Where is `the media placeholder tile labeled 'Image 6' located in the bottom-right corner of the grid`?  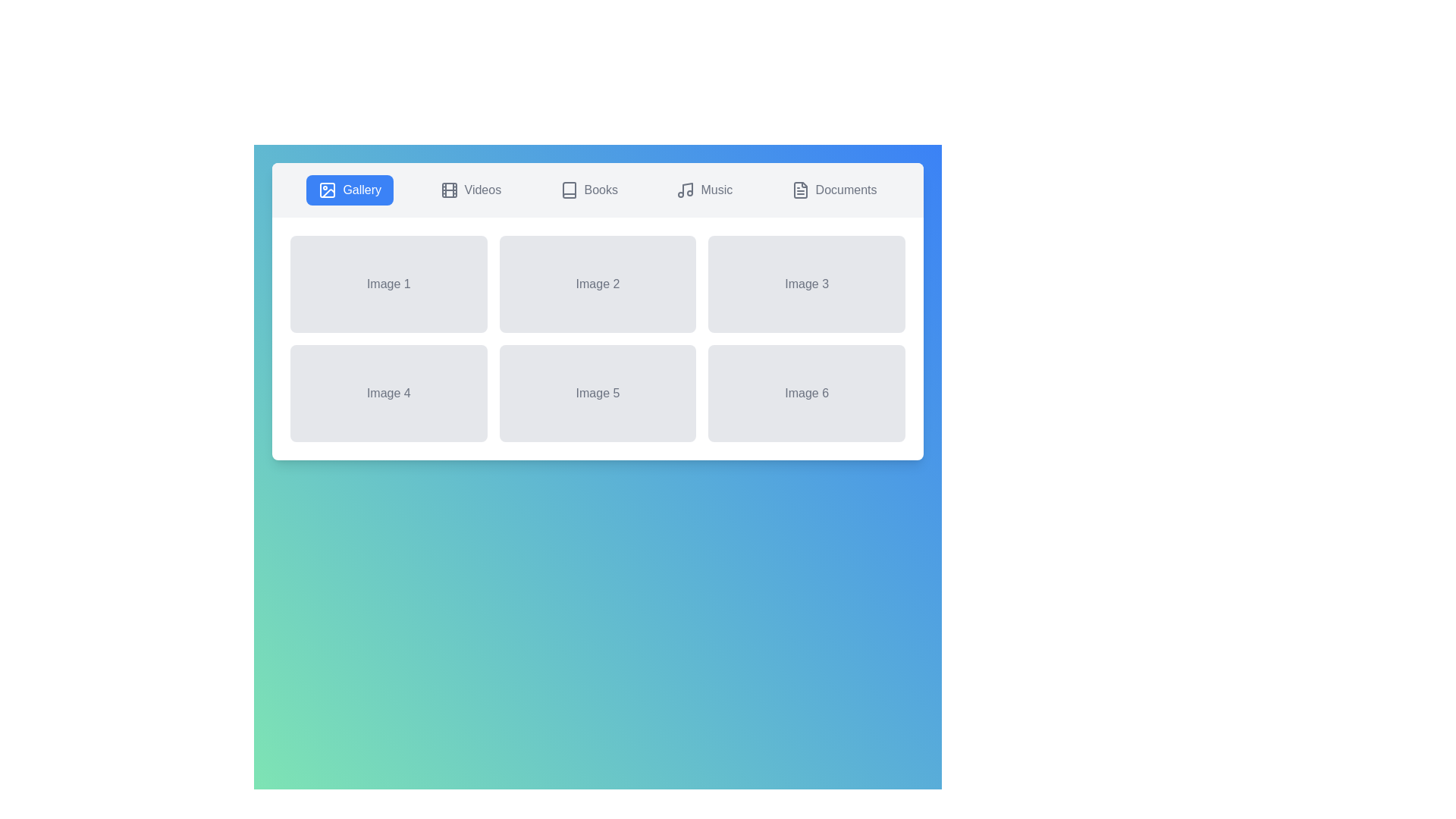 the media placeholder tile labeled 'Image 6' located in the bottom-right corner of the grid is located at coordinates (806, 393).